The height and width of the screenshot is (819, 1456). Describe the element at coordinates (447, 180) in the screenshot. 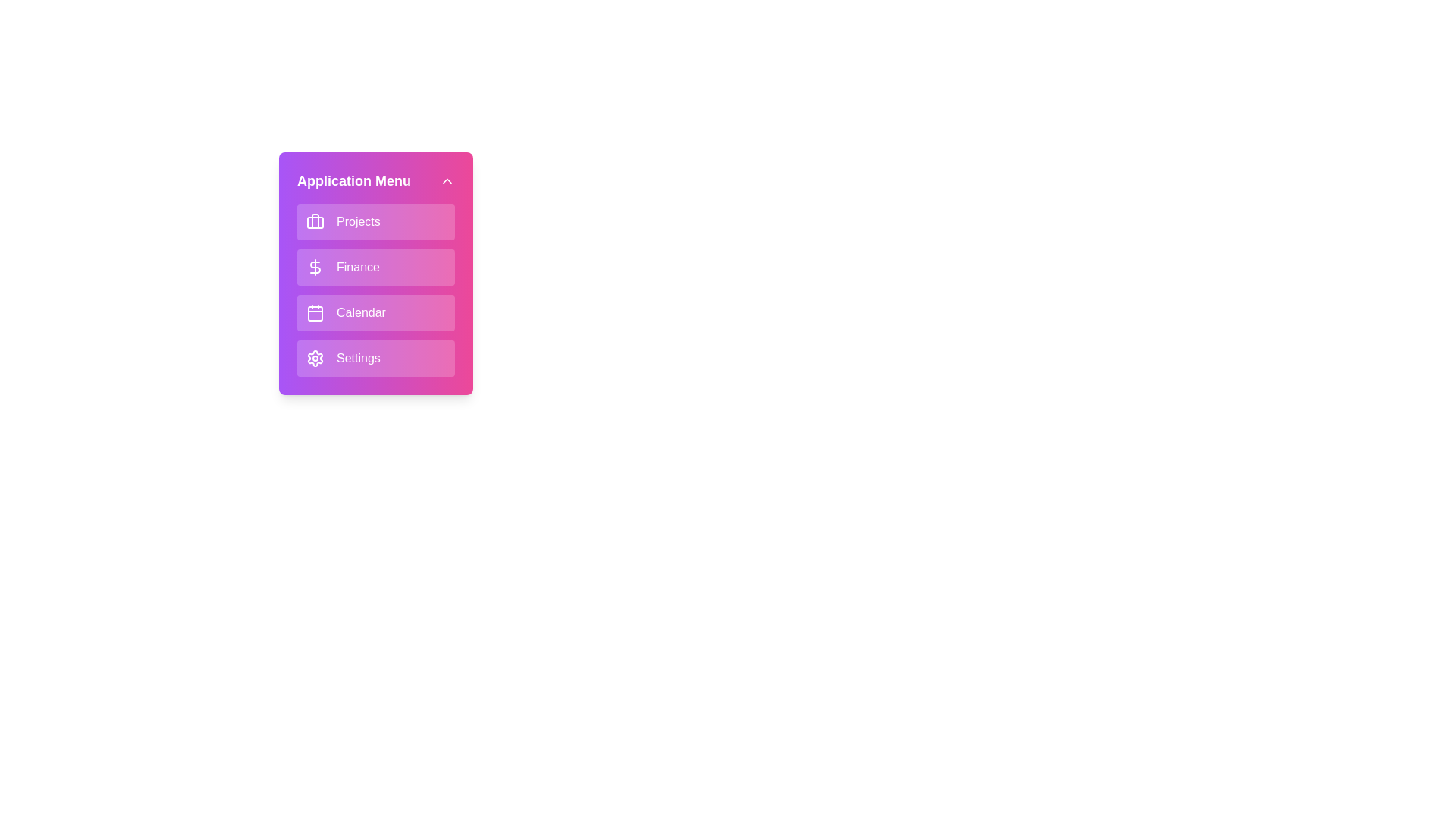

I see `top-right arrow icon to toggle the menu` at that location.